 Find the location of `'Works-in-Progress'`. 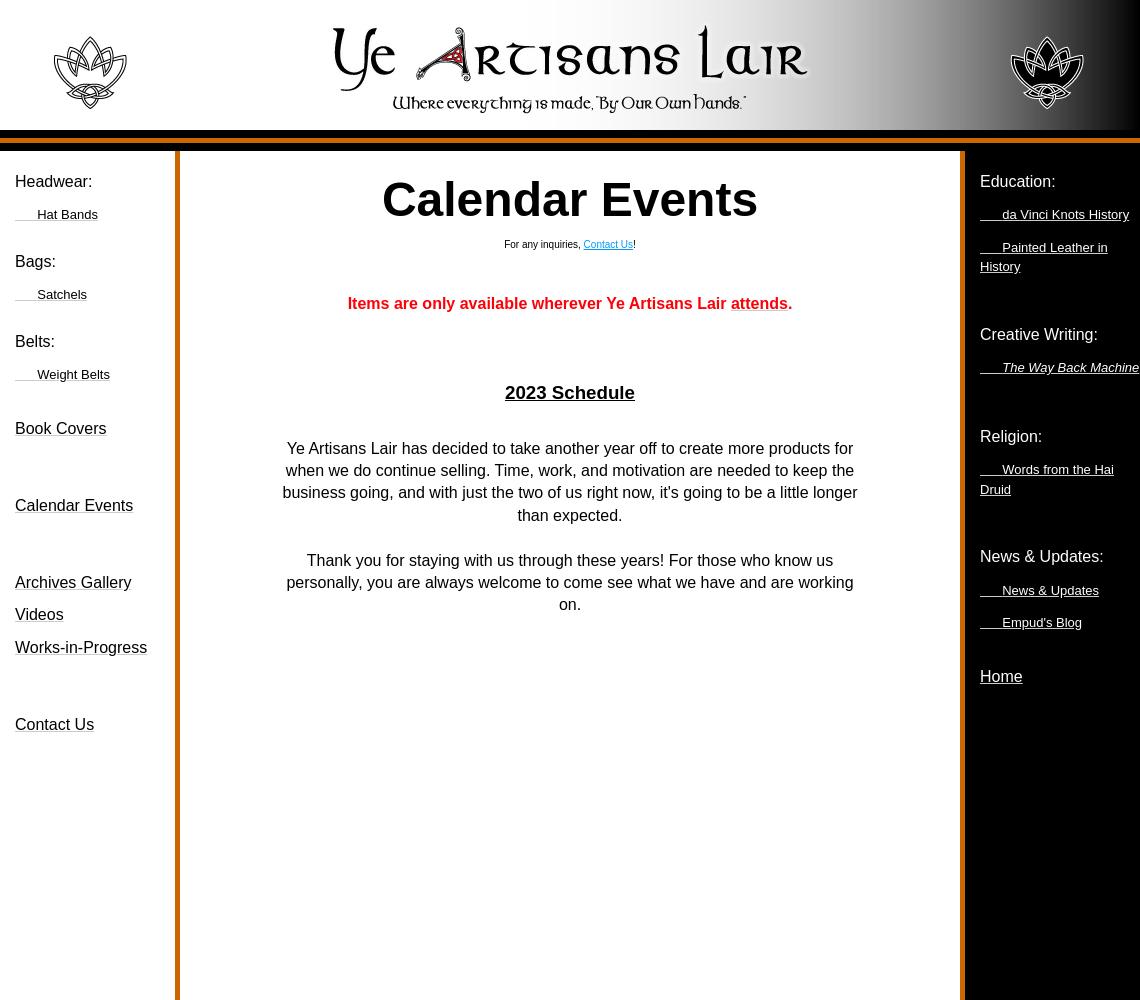

'Works-in-Progress' is located at coordinates (15, 646).